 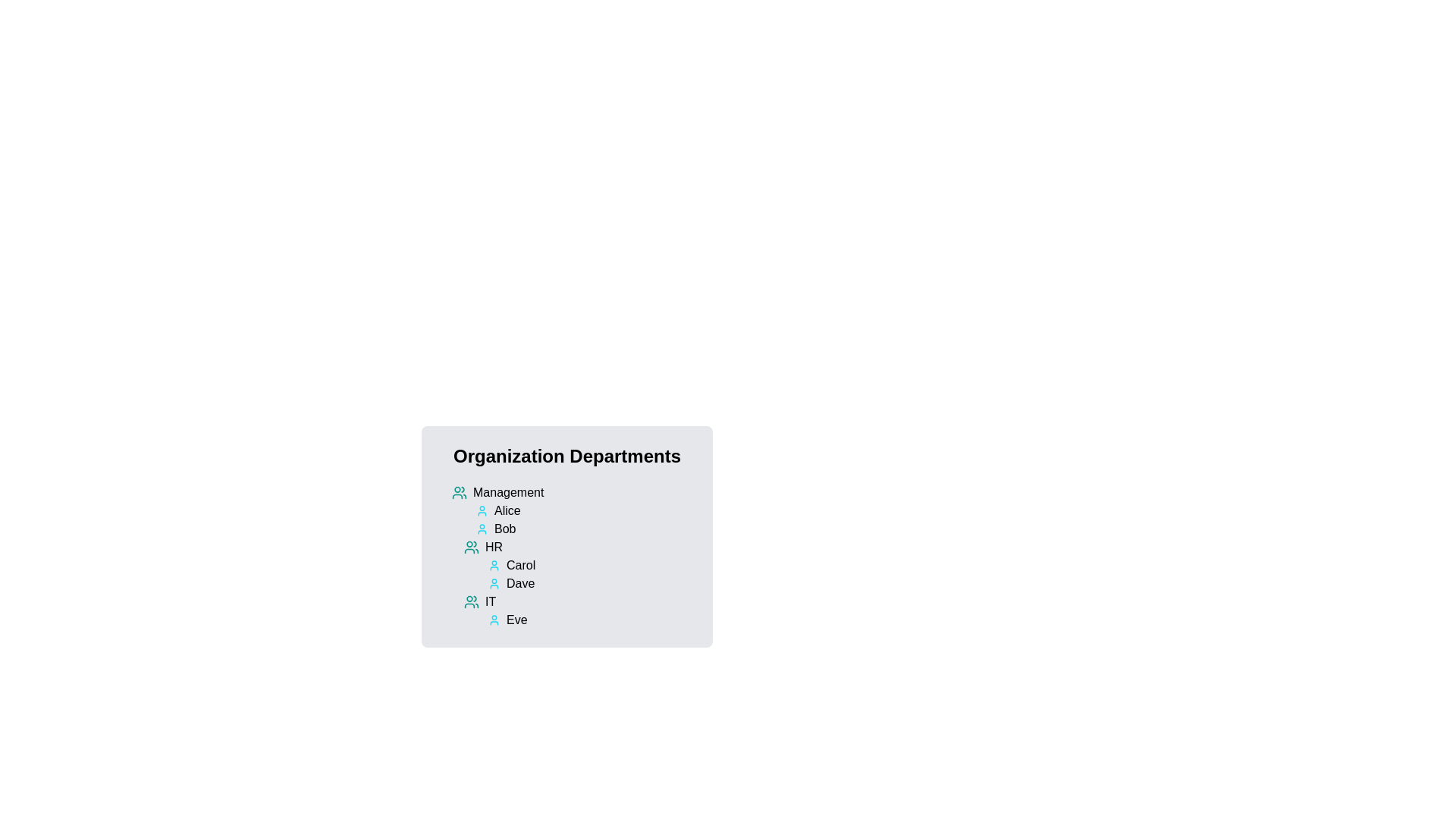 I want to click on name 'Dave' displayed in black font under the 'Organization Departments' section, which is part of the HR department group, so click(x=520, y=583).